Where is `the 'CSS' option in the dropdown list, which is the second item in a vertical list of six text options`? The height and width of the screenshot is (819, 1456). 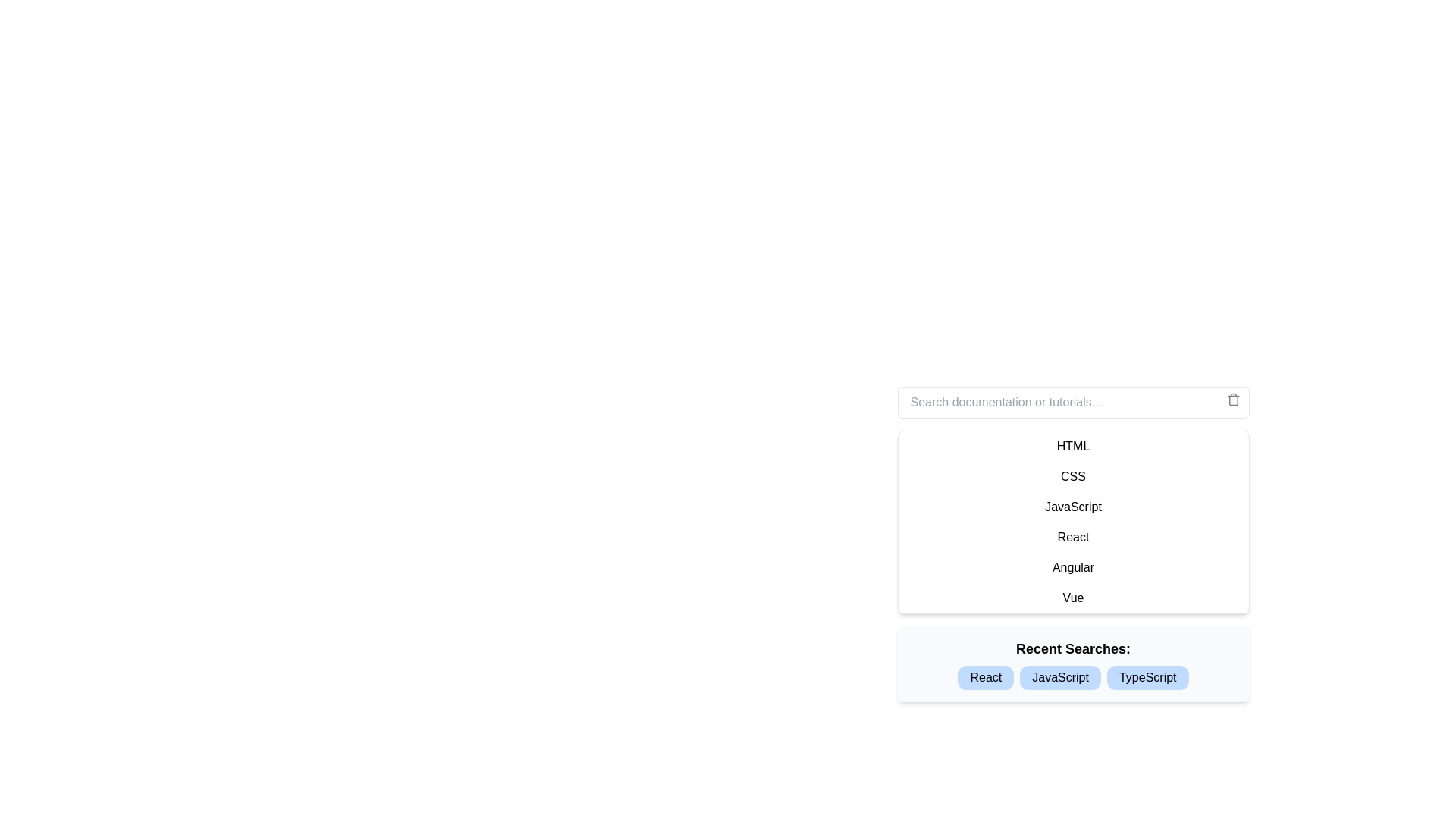 the 'CSS' option in the dropdown list, which is the second item in a vertical list of six text options is located at coordinates (1072, 475).